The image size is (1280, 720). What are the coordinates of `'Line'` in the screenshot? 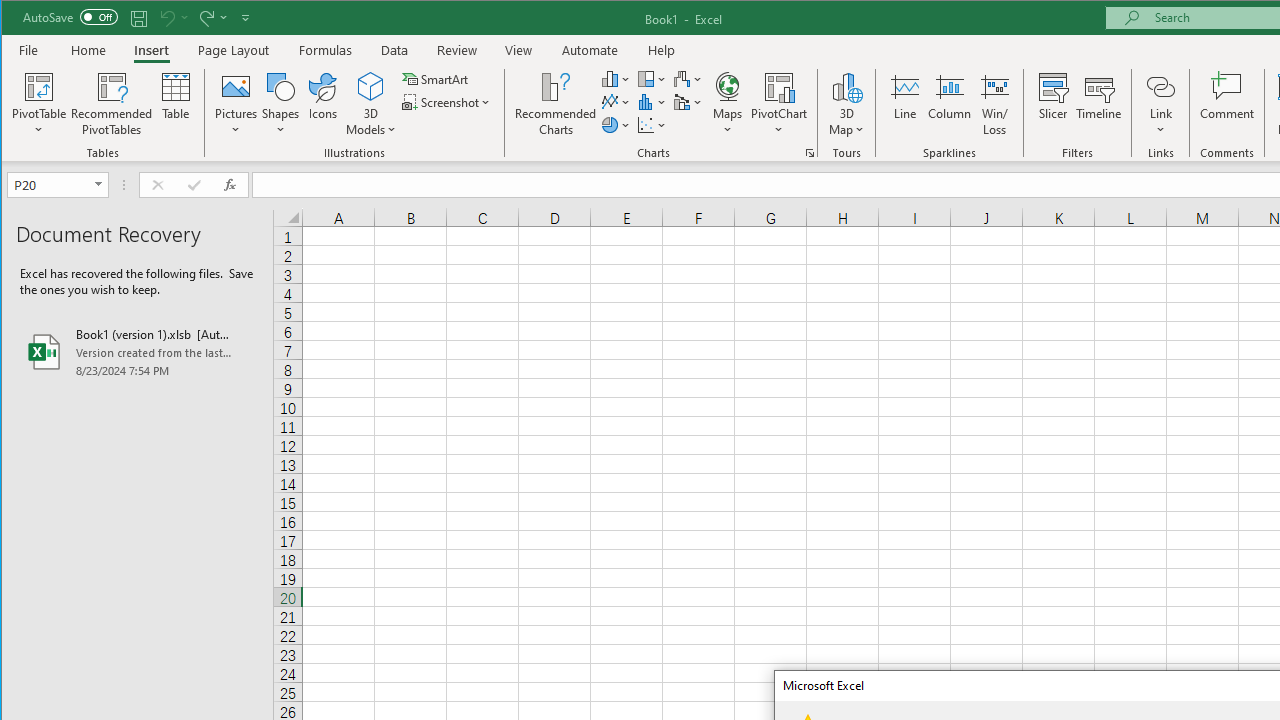 It's located at (903, 104).